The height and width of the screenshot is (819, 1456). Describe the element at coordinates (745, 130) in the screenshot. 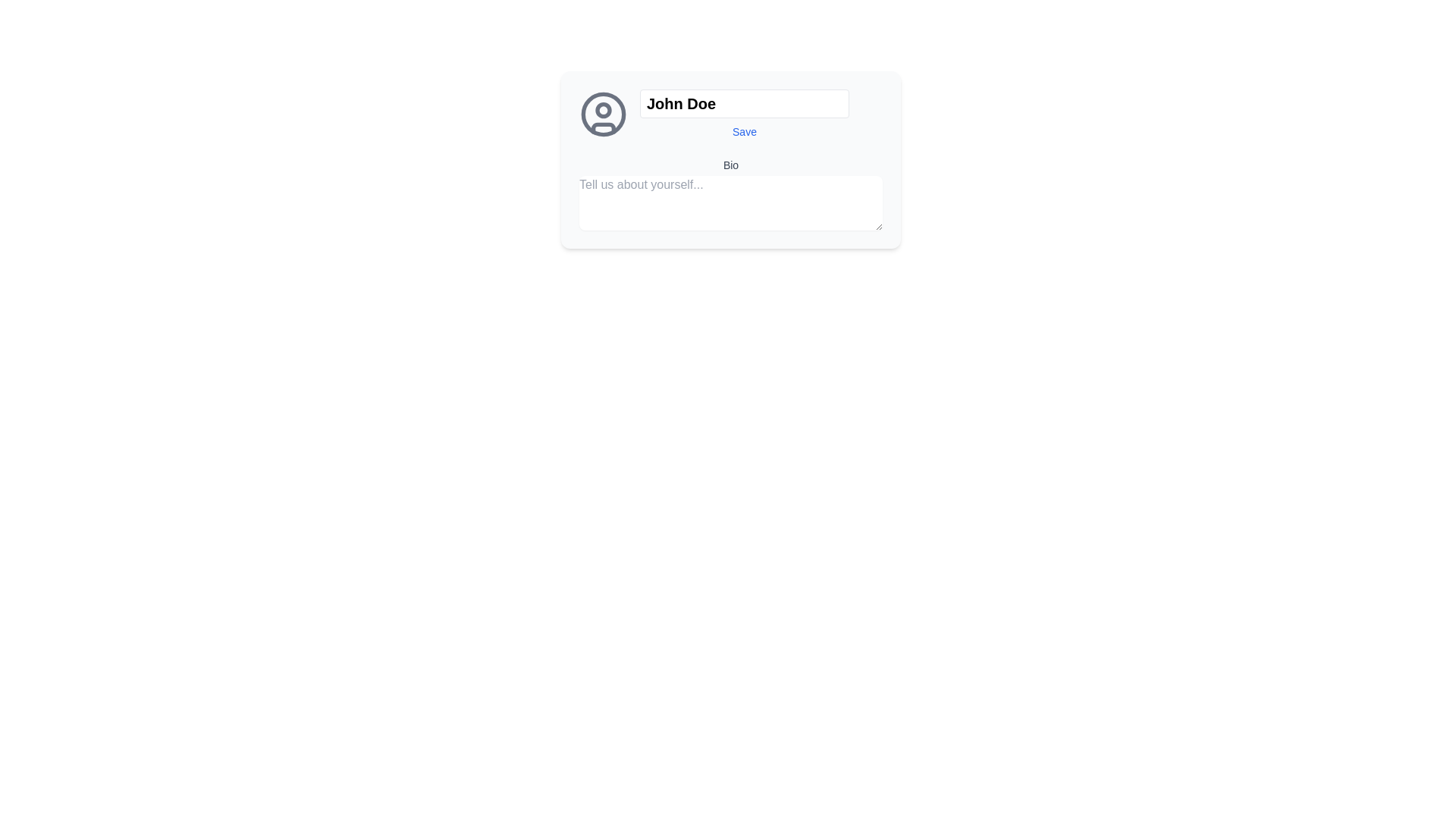

I see `the interactive text link styled in blue with the text 'Save' located below the input field for 'John Doe'` at that location.